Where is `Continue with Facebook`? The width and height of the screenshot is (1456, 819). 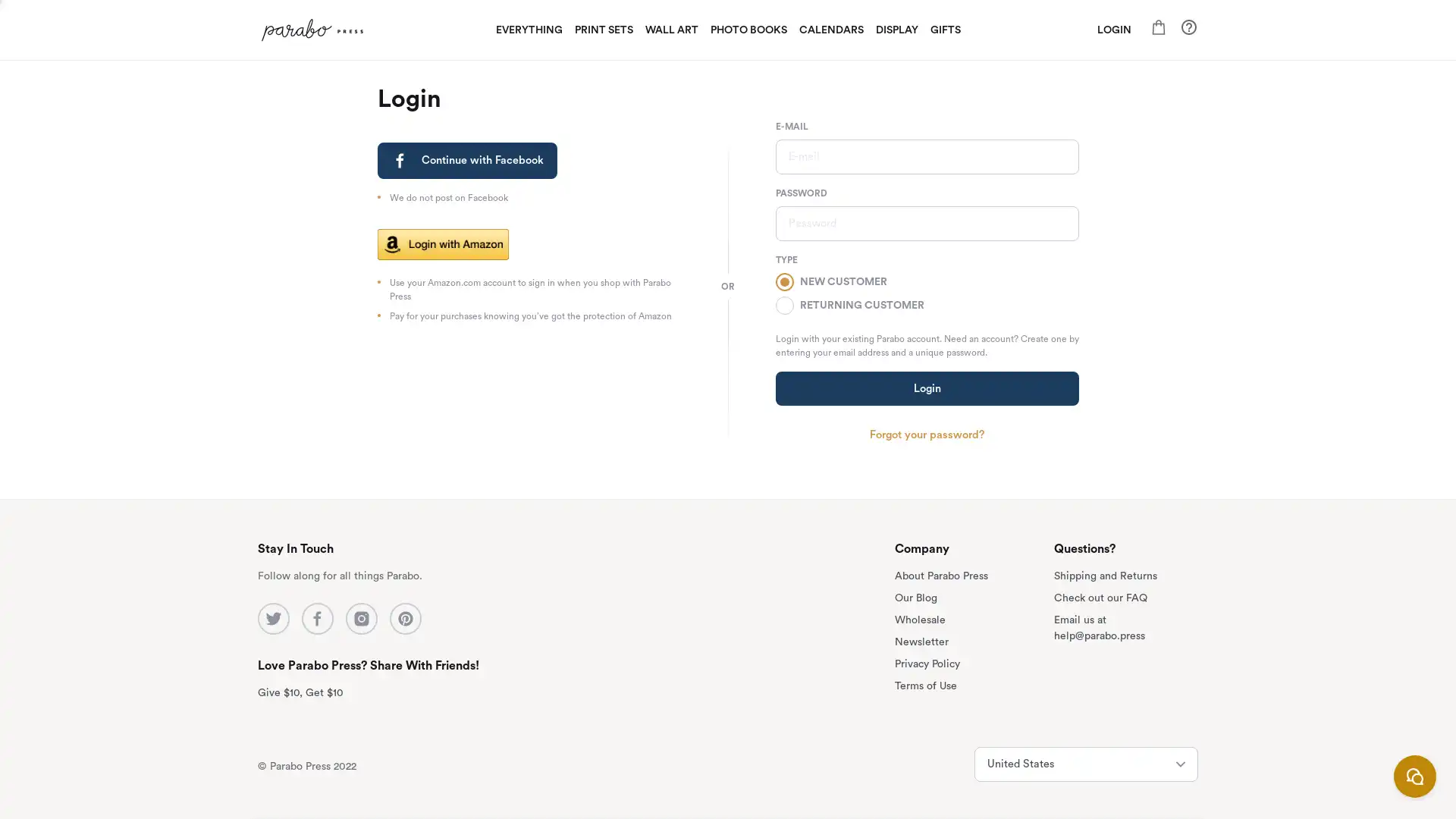
Continue with Facebook is located at coordinates (466, 161).